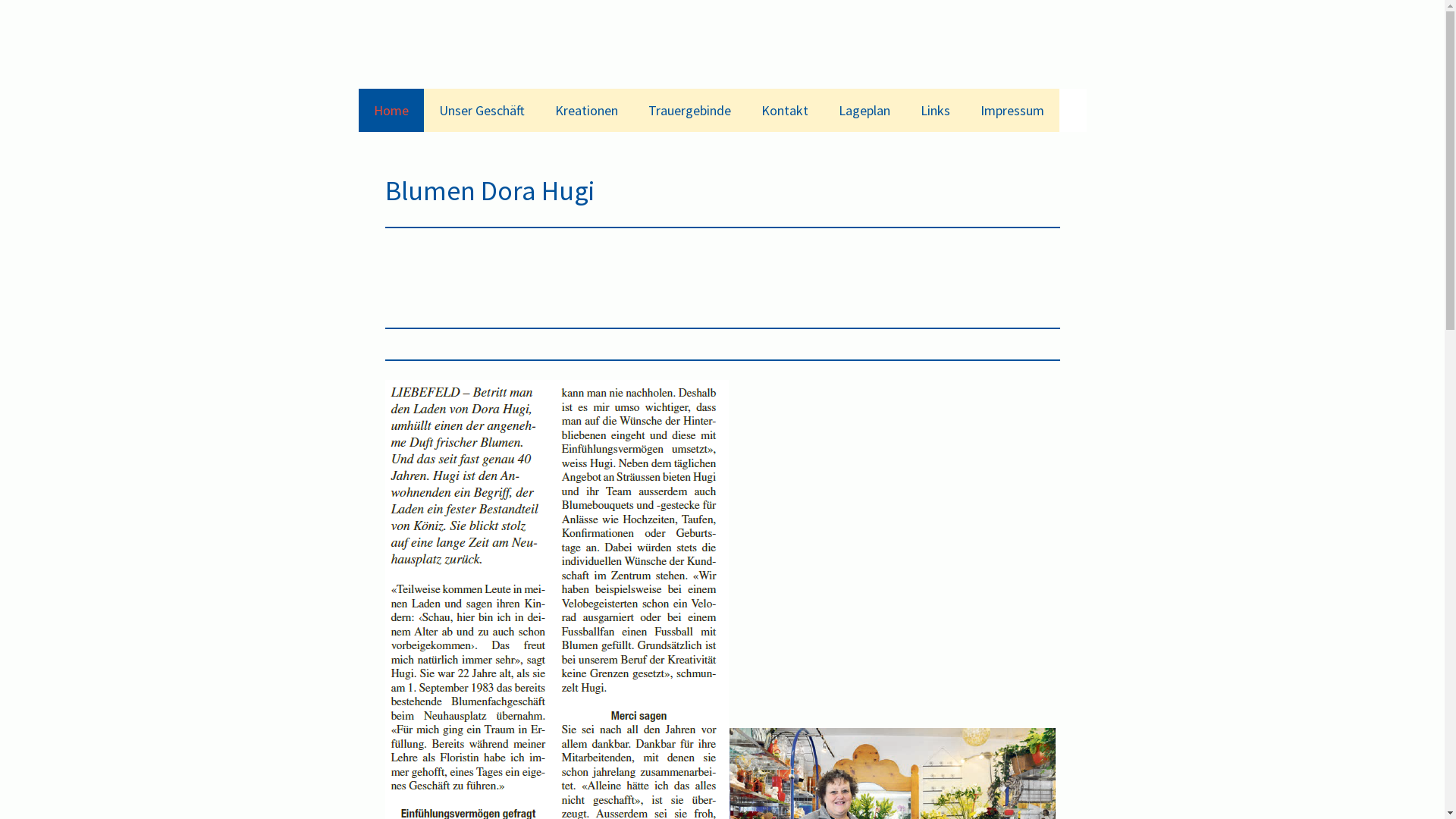  What do you see at coordinates (688, 109) in the screenshot?
I see `'Trauergebinde'` at bounding box center [688, 109].